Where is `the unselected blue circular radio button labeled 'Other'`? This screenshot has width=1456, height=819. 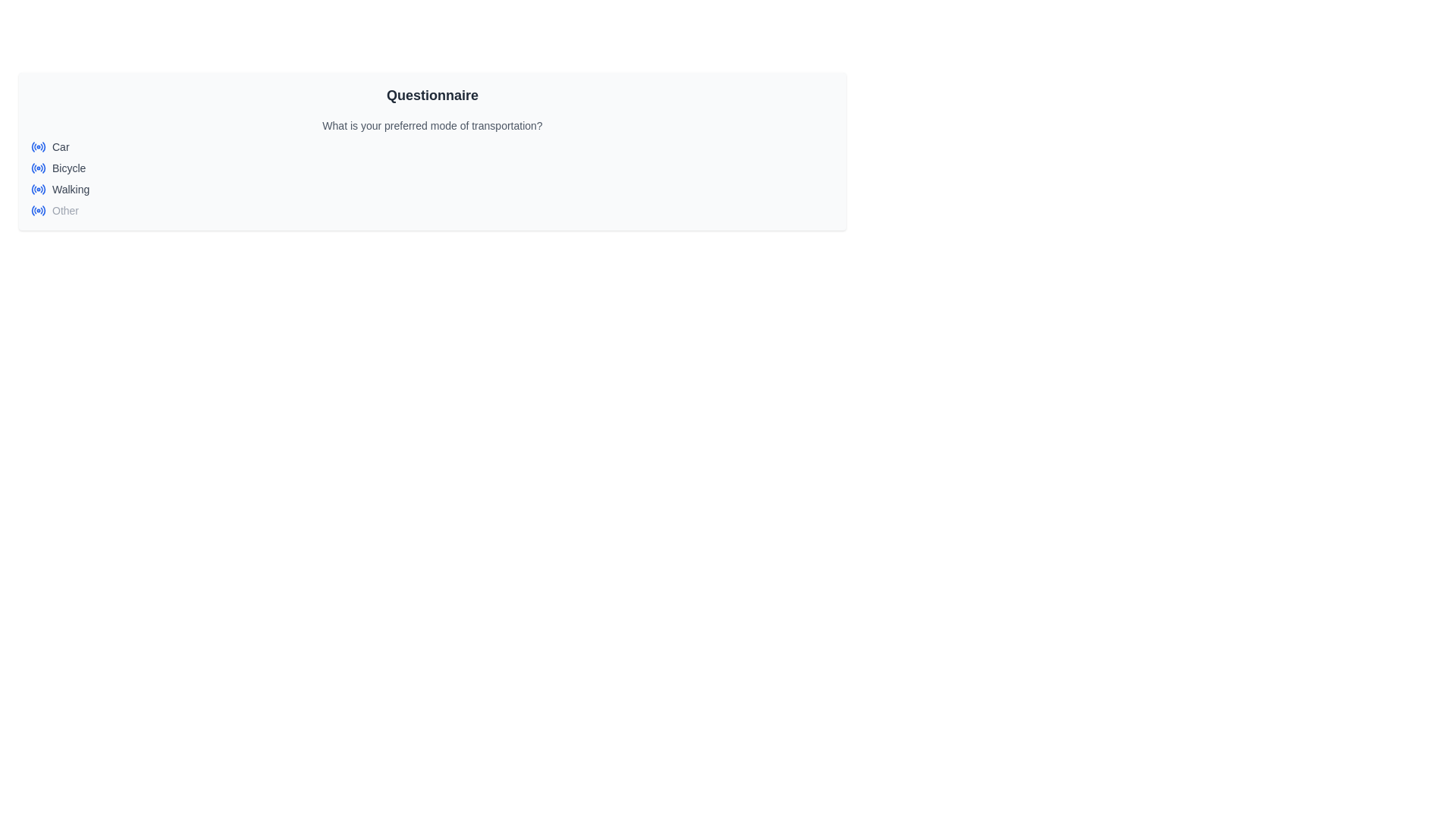
the unselected blue circular radio button labeled 'Other' is located at coordinates (39, 210).